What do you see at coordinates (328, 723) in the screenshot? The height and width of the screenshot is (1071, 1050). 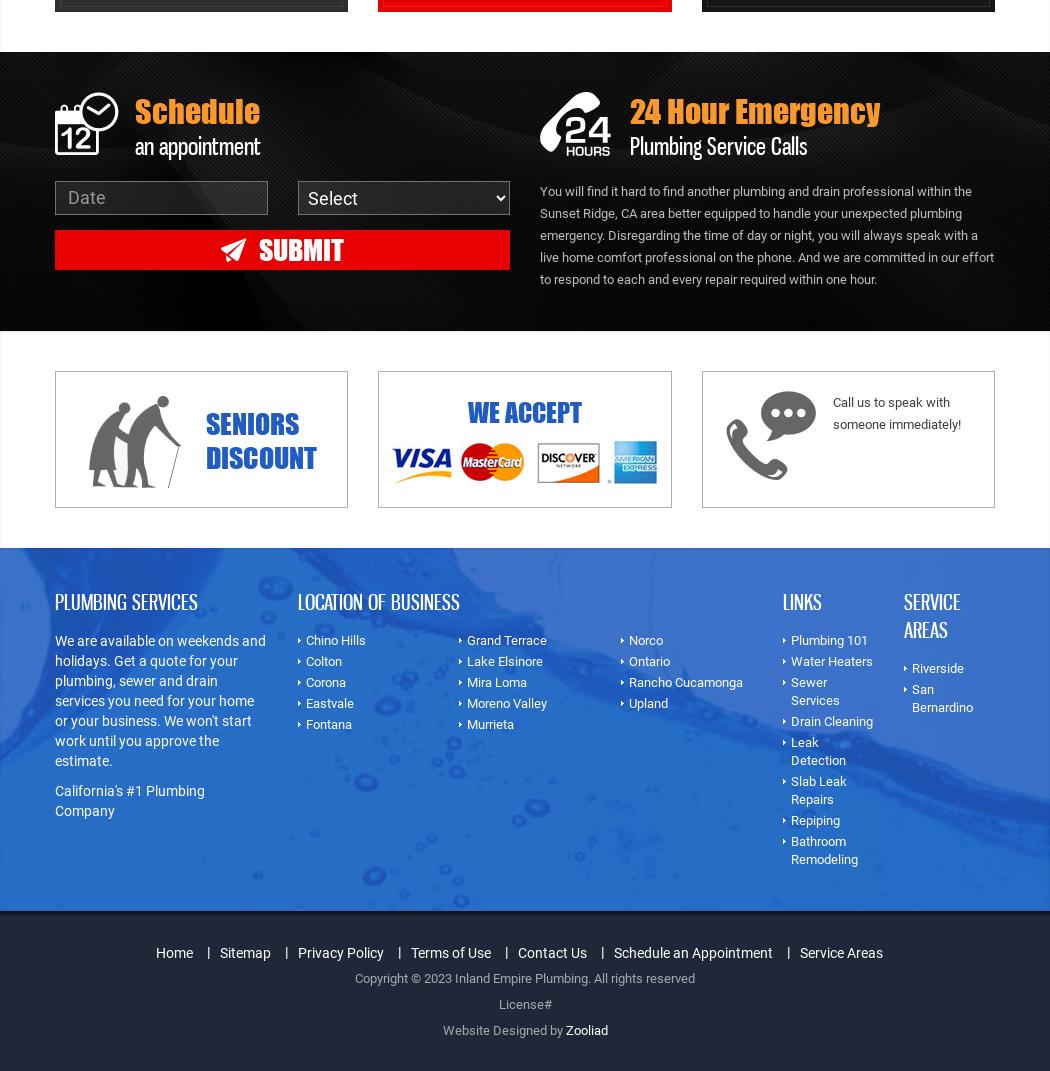 I see `'Fontana'` at bounding box center [328, 723].